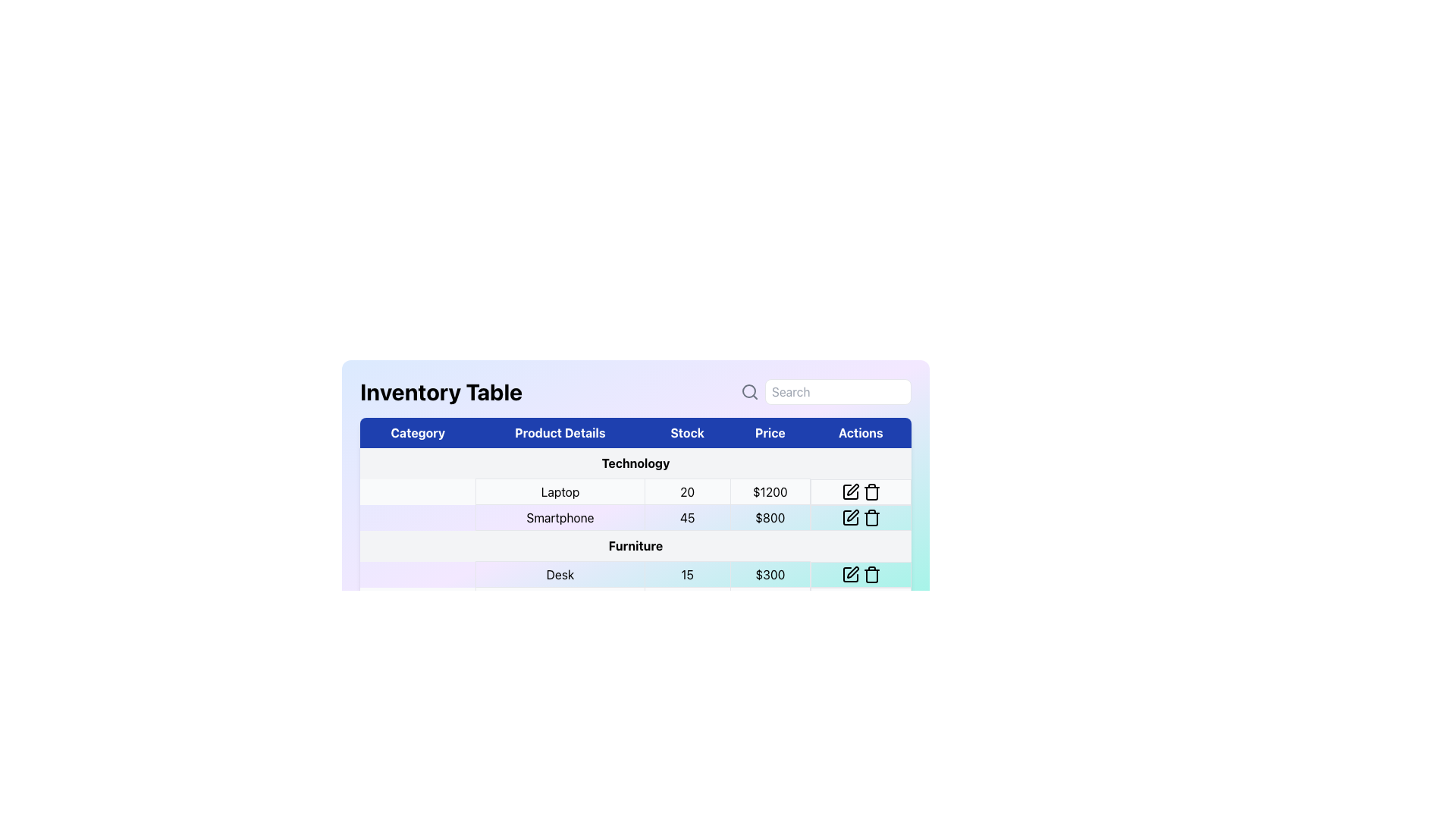  I want to click on the delete button in the last column of the row labeled 'Desk' under the 'Furniture' category, which changes its icon color to red, so click(871, 574).